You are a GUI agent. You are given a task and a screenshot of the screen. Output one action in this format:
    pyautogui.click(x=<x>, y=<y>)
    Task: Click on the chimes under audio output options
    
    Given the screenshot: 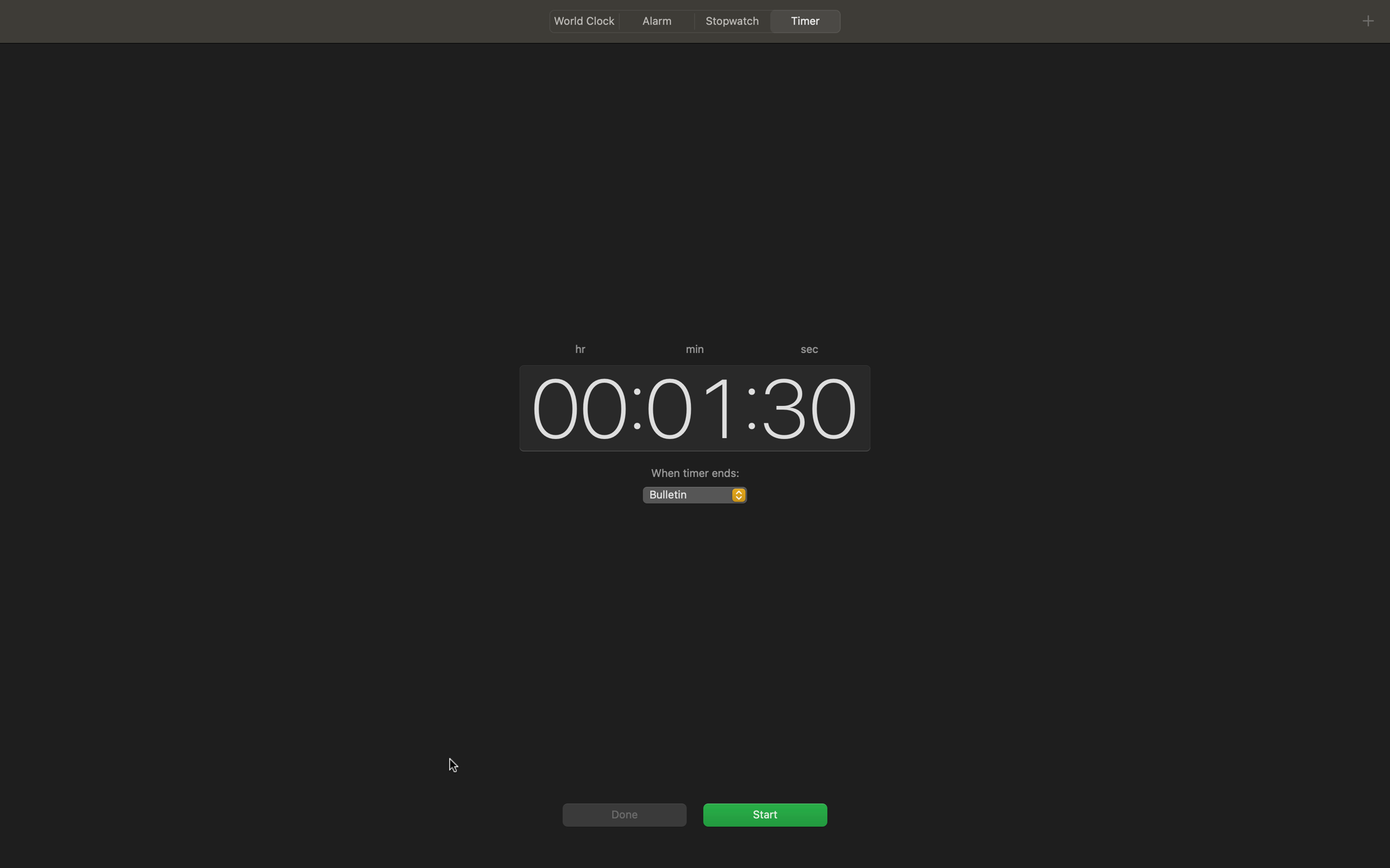 What is the action you would take?
    pyautogui.click(x=693, y=494)
    